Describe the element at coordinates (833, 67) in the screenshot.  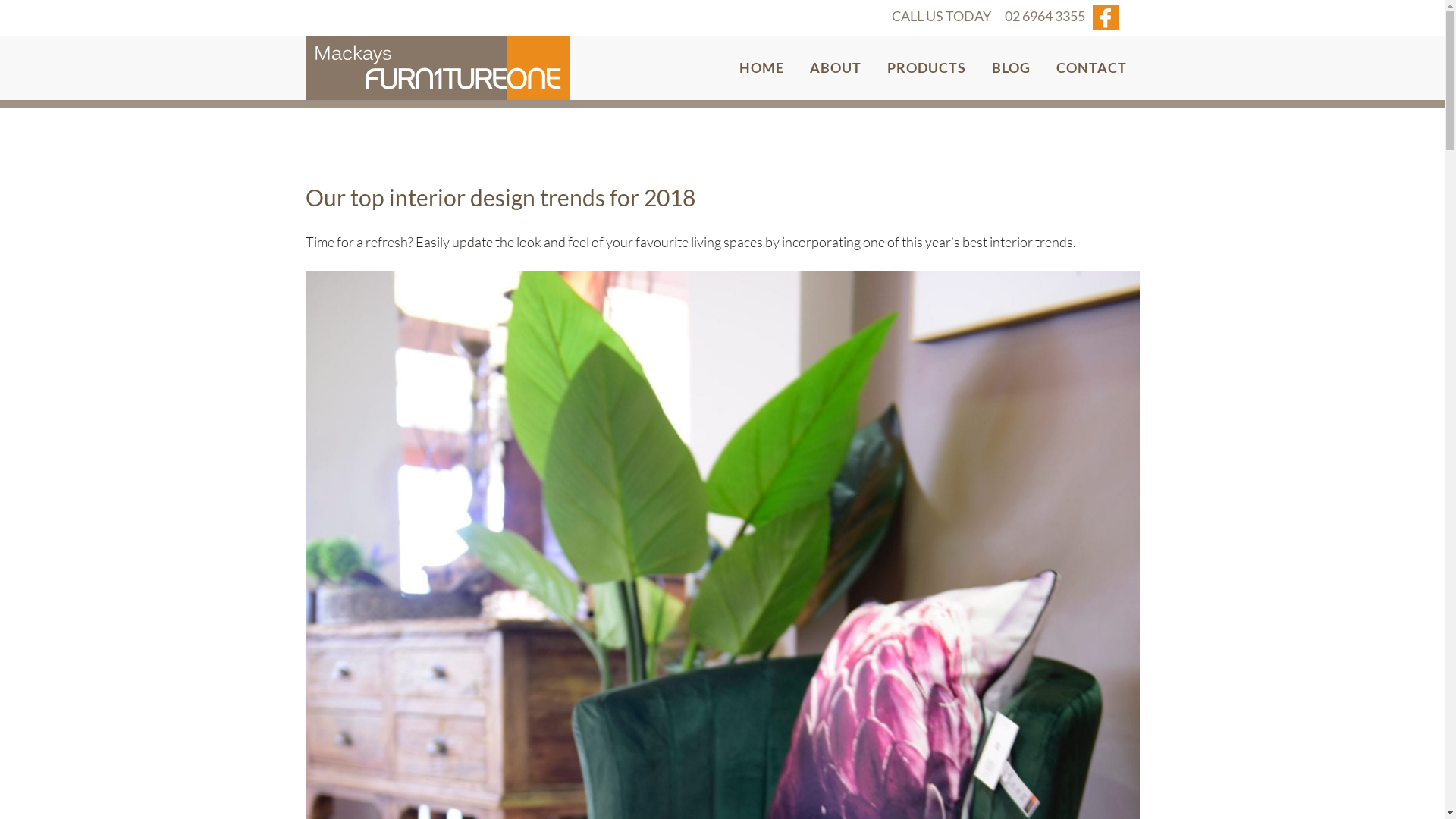
I see `'ABOUT'` at that location.